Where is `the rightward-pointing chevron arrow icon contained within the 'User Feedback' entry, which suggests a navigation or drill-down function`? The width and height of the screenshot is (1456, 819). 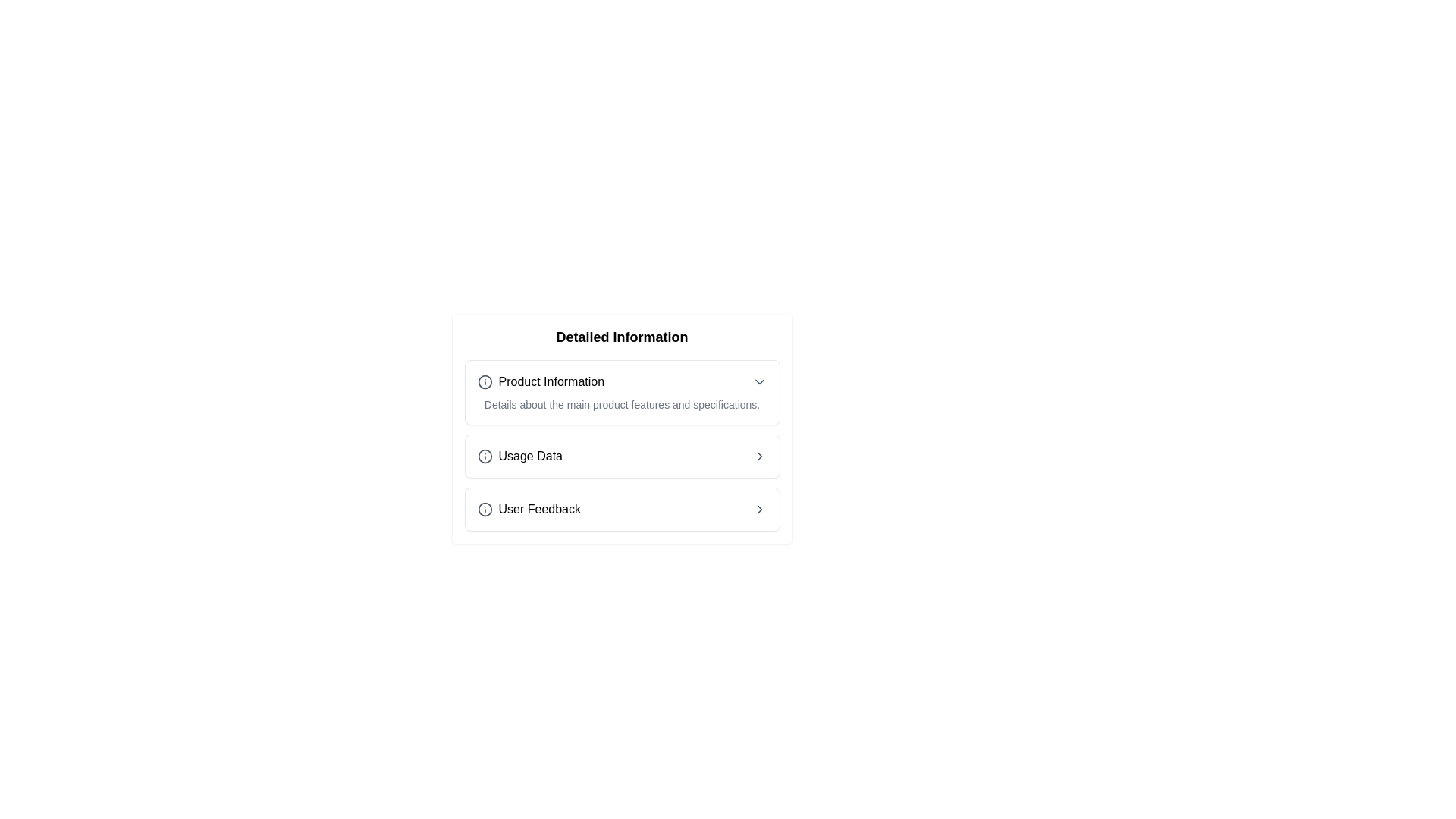
the rightward-pointing chevron arrow icon contained within the 'User Feedback' entry, which suggests a navigation or drill-down function is located at coordinates (759, 455).